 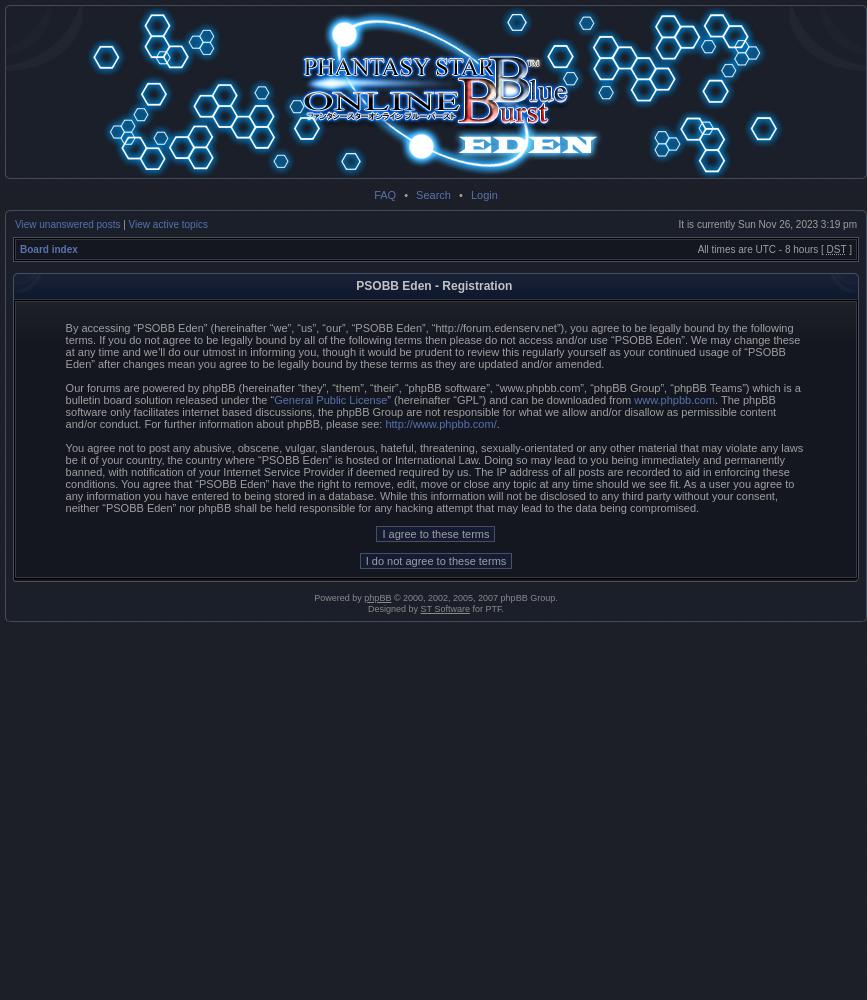 What do you see at coordinates (432, 394) in the screenshot?
I see `'Our forums are powered by phpBB (hereinafter “they”, “them”, “their”, “phpBB software”, “www.phpbb.com”, “phpBB Group”, “phpBB Teams”) which is a bulletin board solution released under the “'` at bounding box center [432, 394].